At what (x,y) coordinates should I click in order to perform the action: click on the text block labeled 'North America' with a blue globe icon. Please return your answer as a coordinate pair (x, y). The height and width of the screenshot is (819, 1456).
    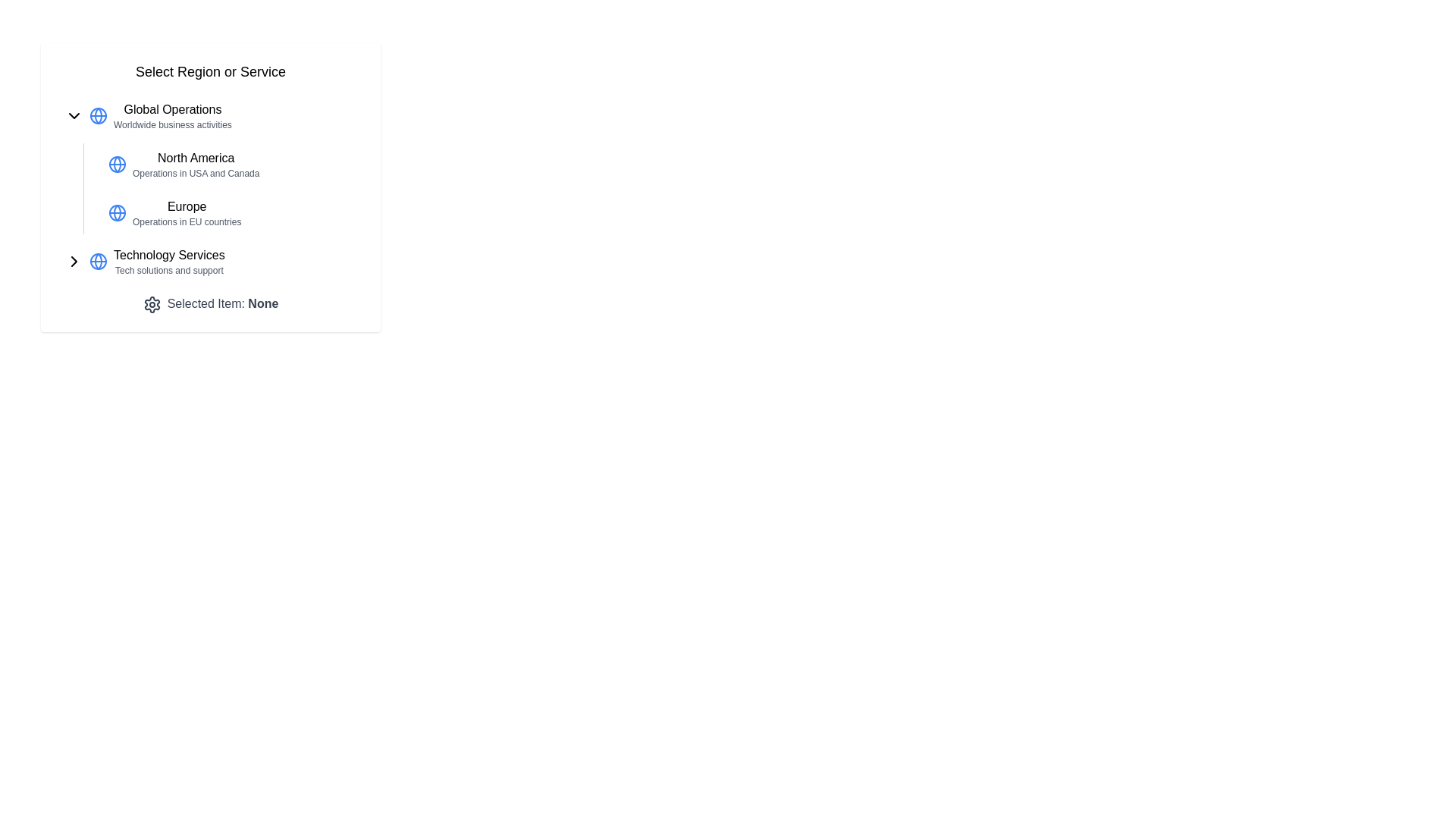
    Looking at the image, I should click on (210, 164).